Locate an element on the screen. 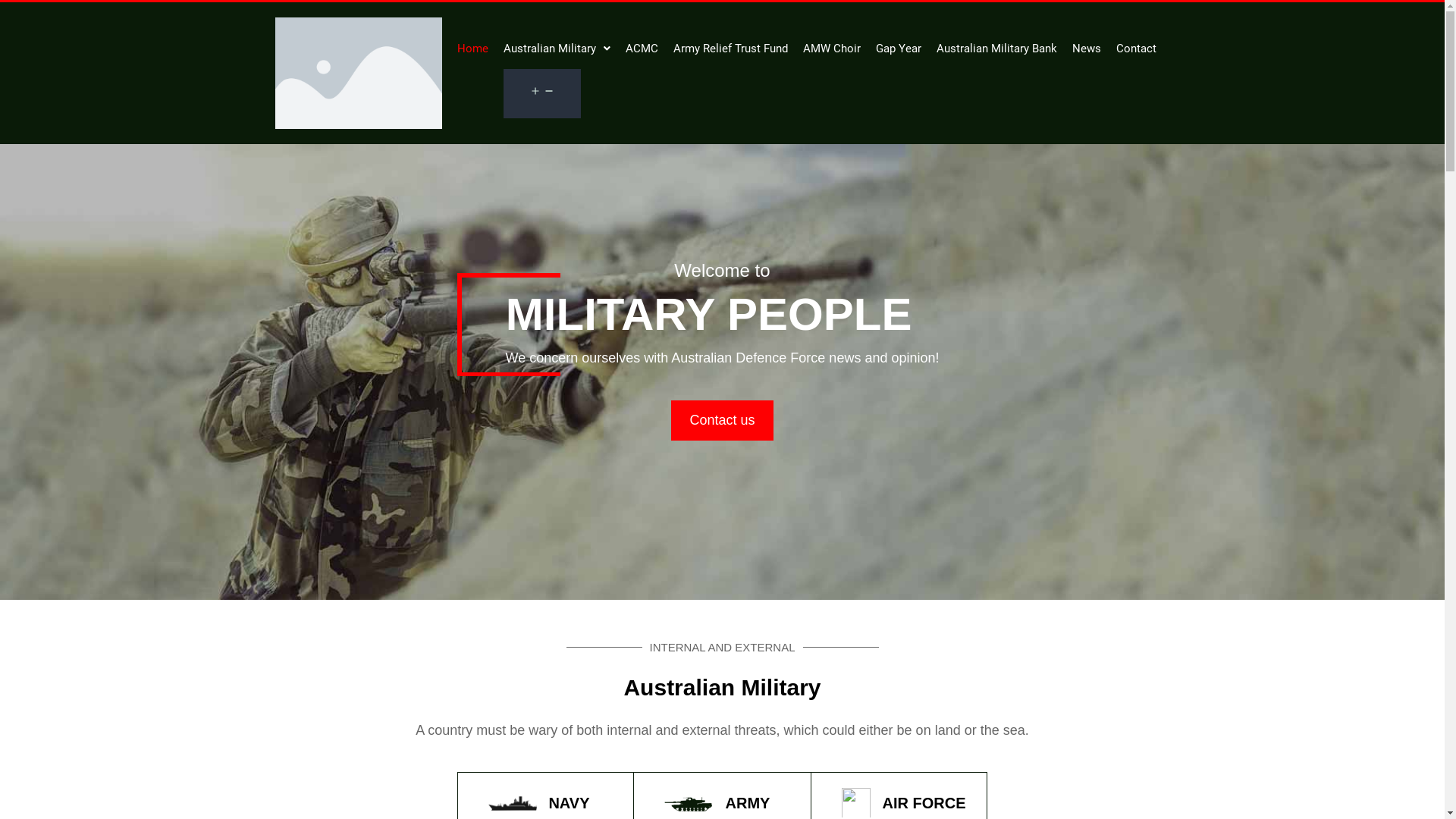 The width and height of the screenshot is (1456, 819). 'News' is located at coordinates (1086, 48).